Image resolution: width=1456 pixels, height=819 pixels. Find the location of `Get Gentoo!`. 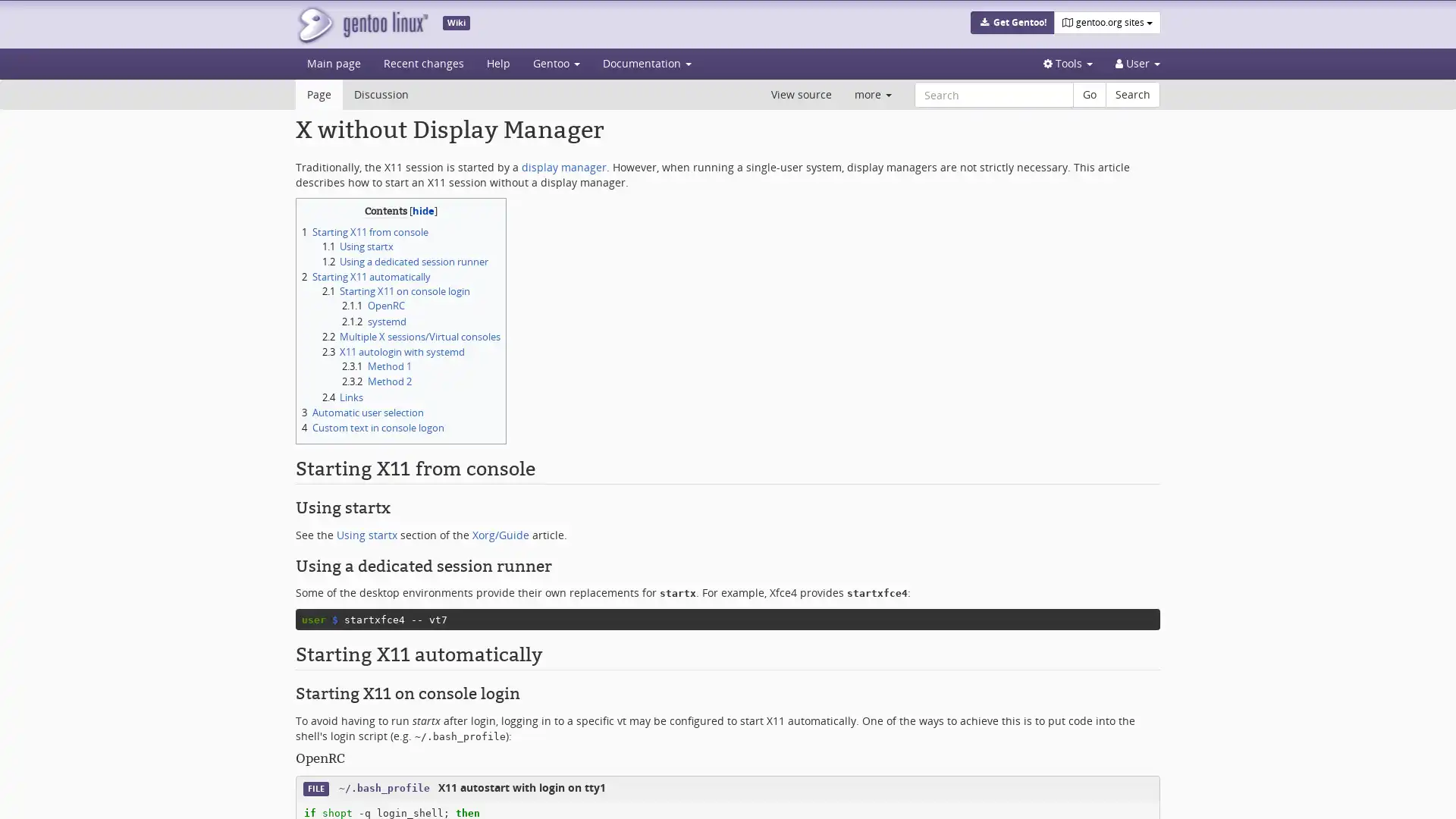

Get Gentoo! is located at coordinates (1012, 23).